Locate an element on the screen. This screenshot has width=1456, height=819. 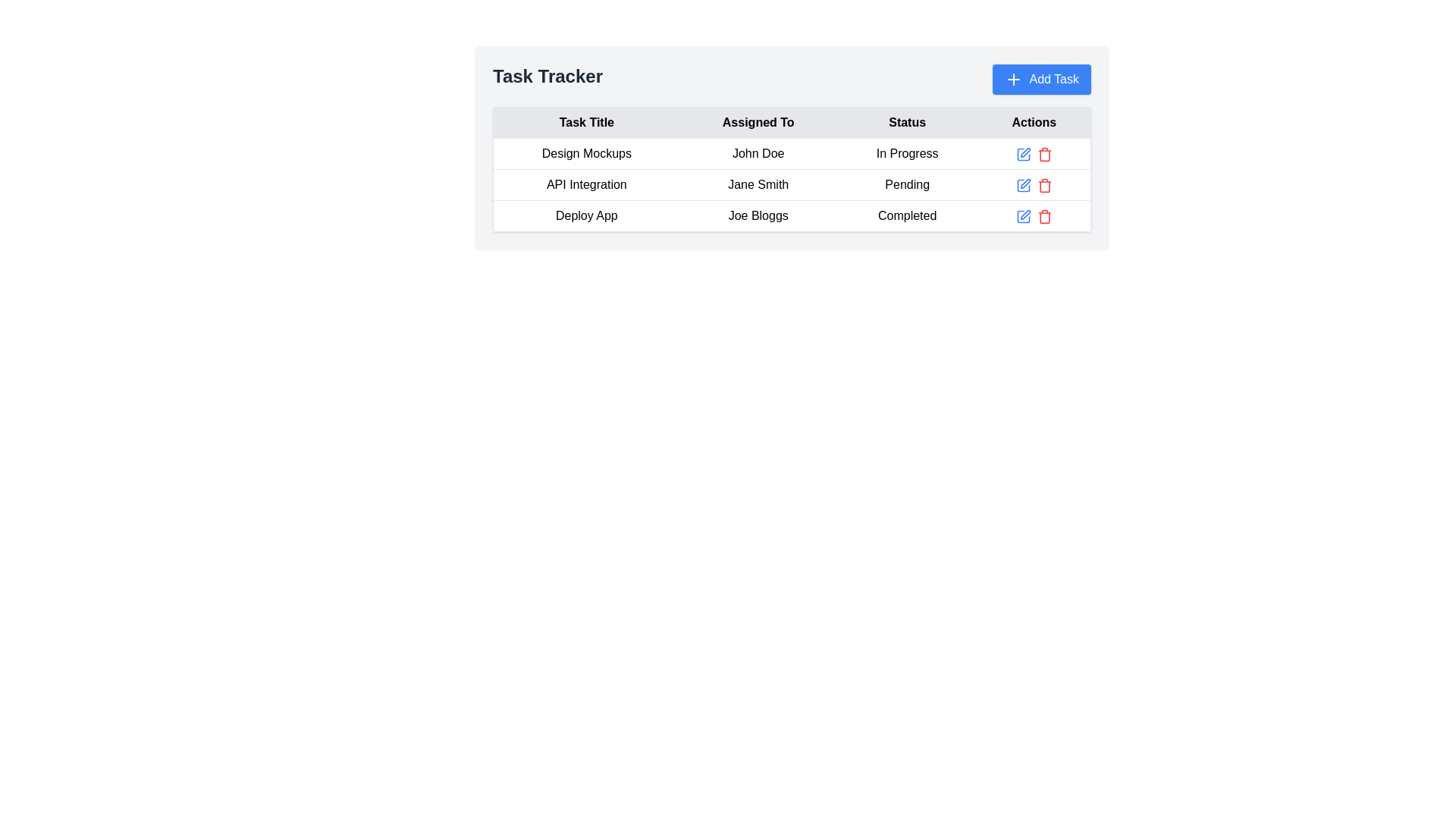
the Text label in the third row of the table under the 'Assigned To' column, which displays the name of the individual assigned to the task is located at coordinates (758, 216).